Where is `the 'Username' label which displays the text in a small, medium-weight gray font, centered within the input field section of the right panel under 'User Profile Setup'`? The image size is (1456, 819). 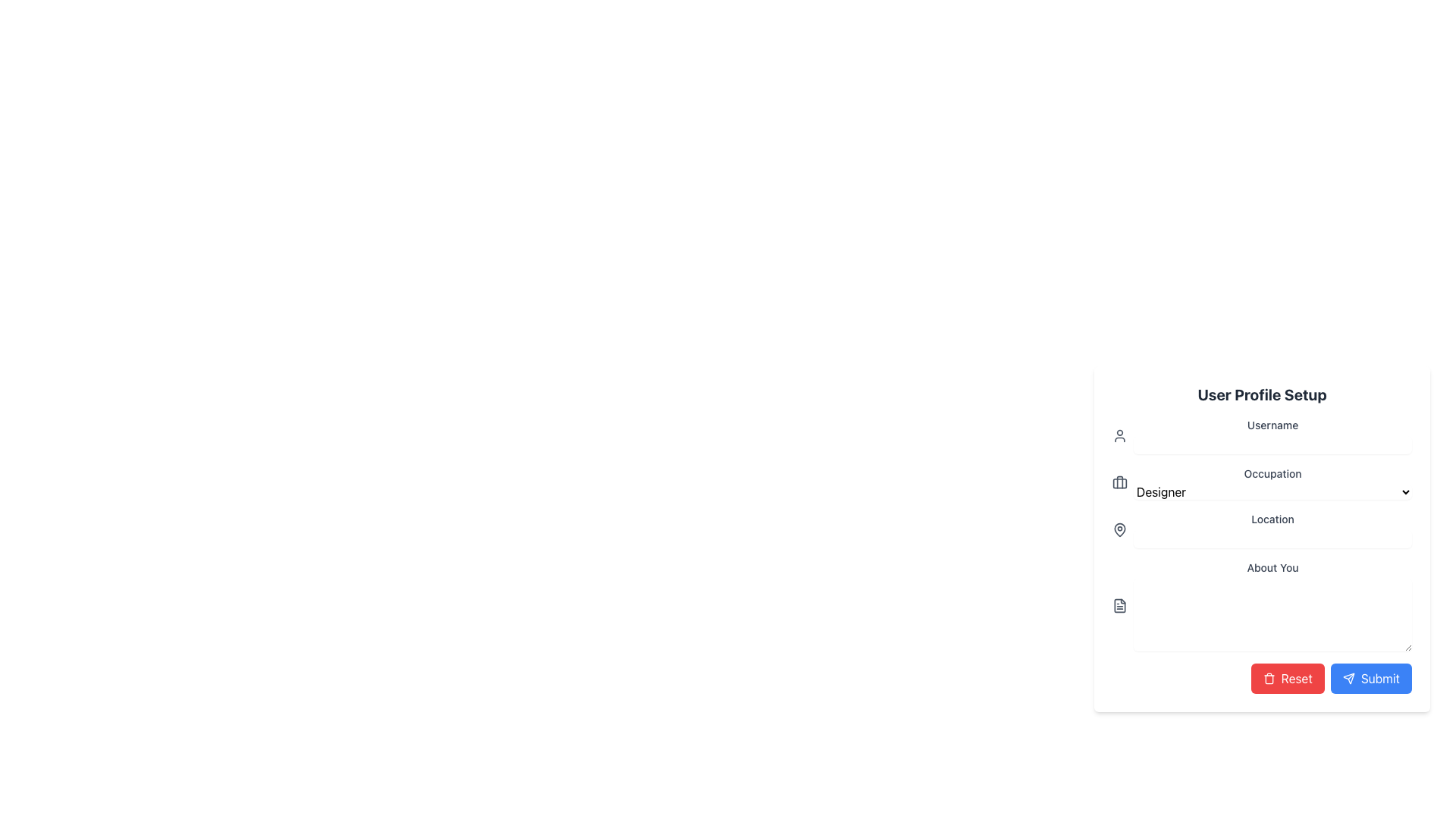
the 'Username' label which displays the text in a small, medium-weight gray font, centered within the input field section of the right panel under 'User Profile Setup' is located at coordinates (1272, 425).